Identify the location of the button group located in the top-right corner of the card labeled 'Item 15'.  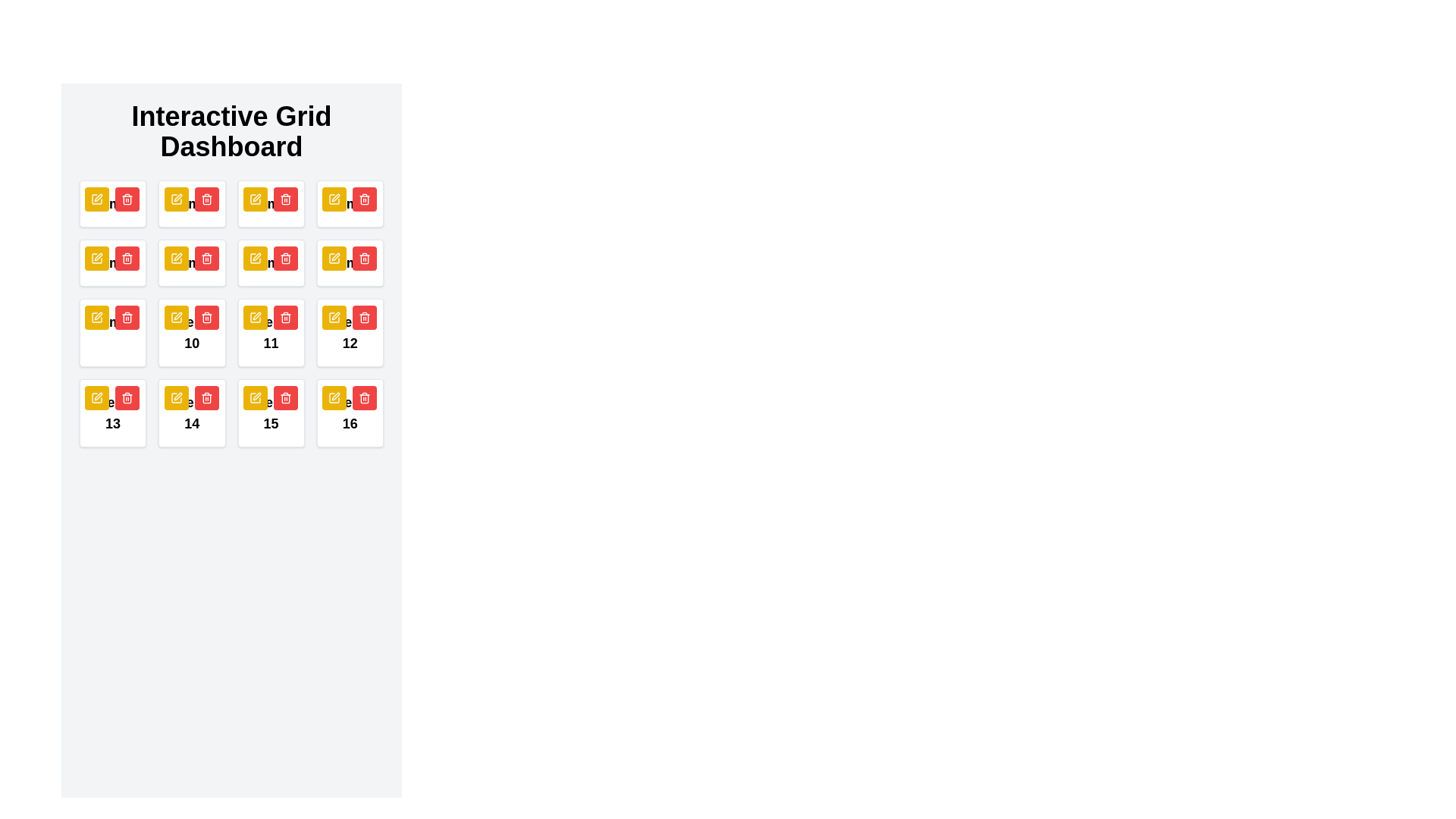
(270, 397).